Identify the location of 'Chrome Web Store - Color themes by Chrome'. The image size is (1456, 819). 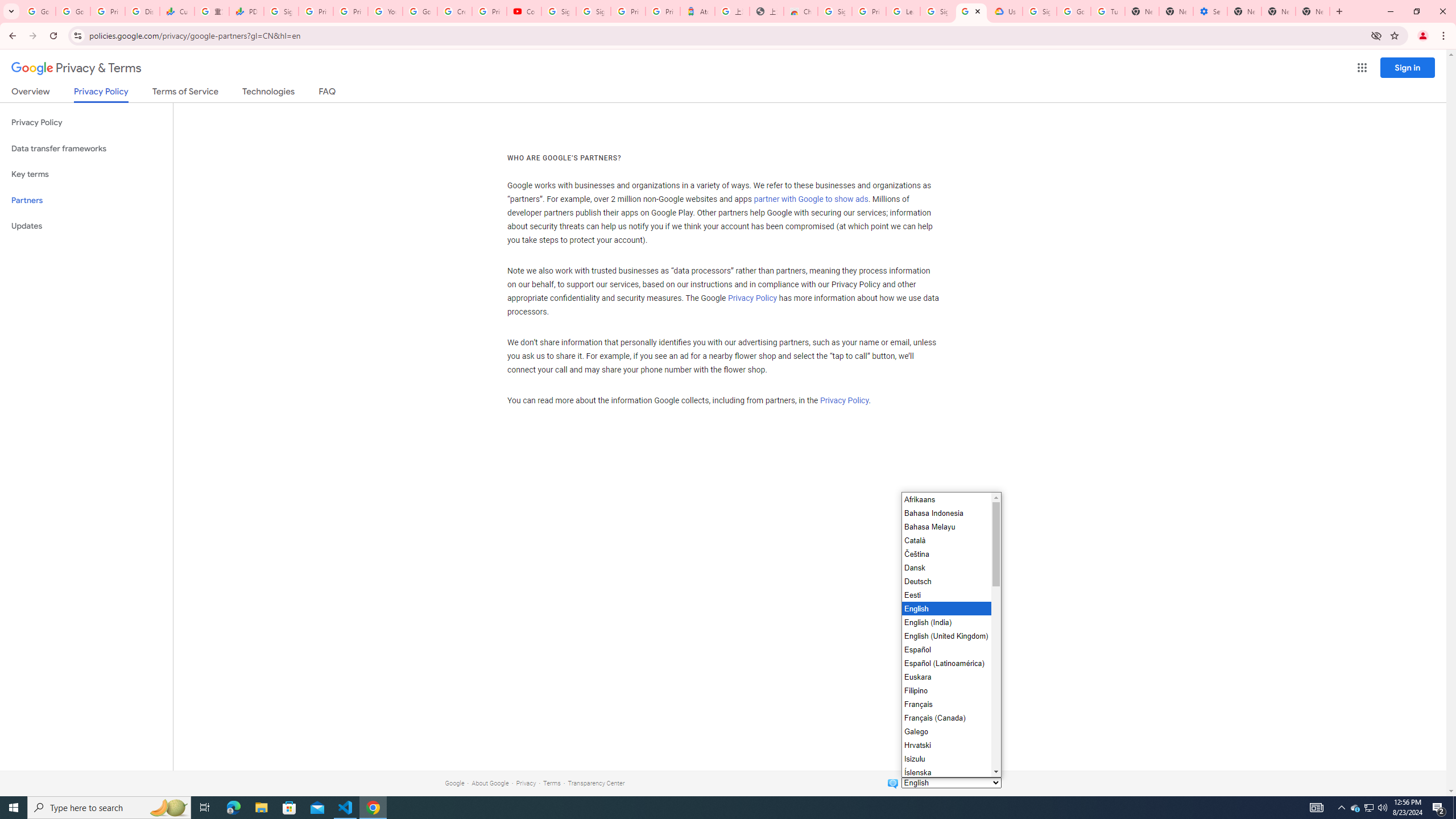
(800, 11).